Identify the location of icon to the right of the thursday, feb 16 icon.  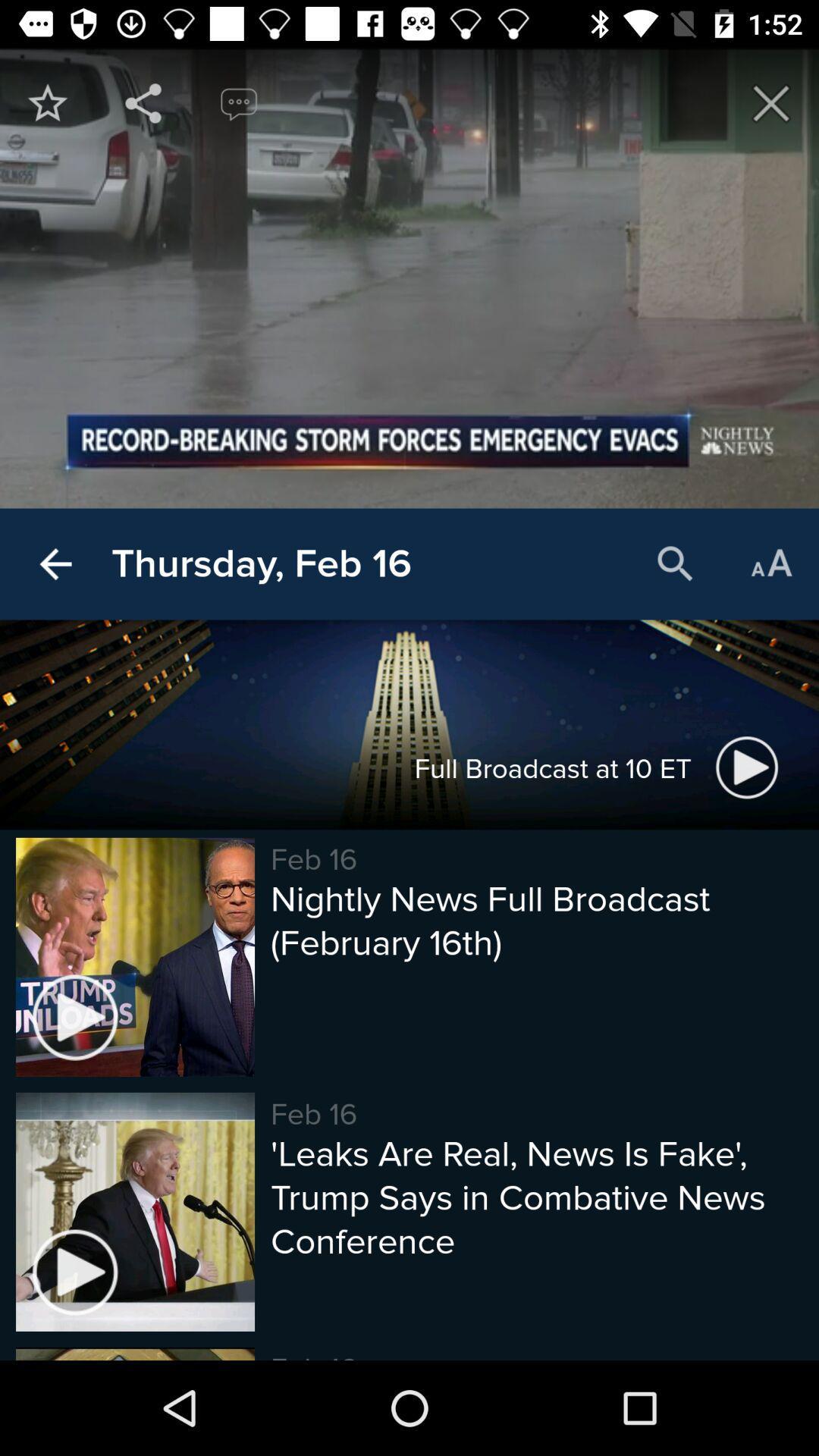
(675, 563).